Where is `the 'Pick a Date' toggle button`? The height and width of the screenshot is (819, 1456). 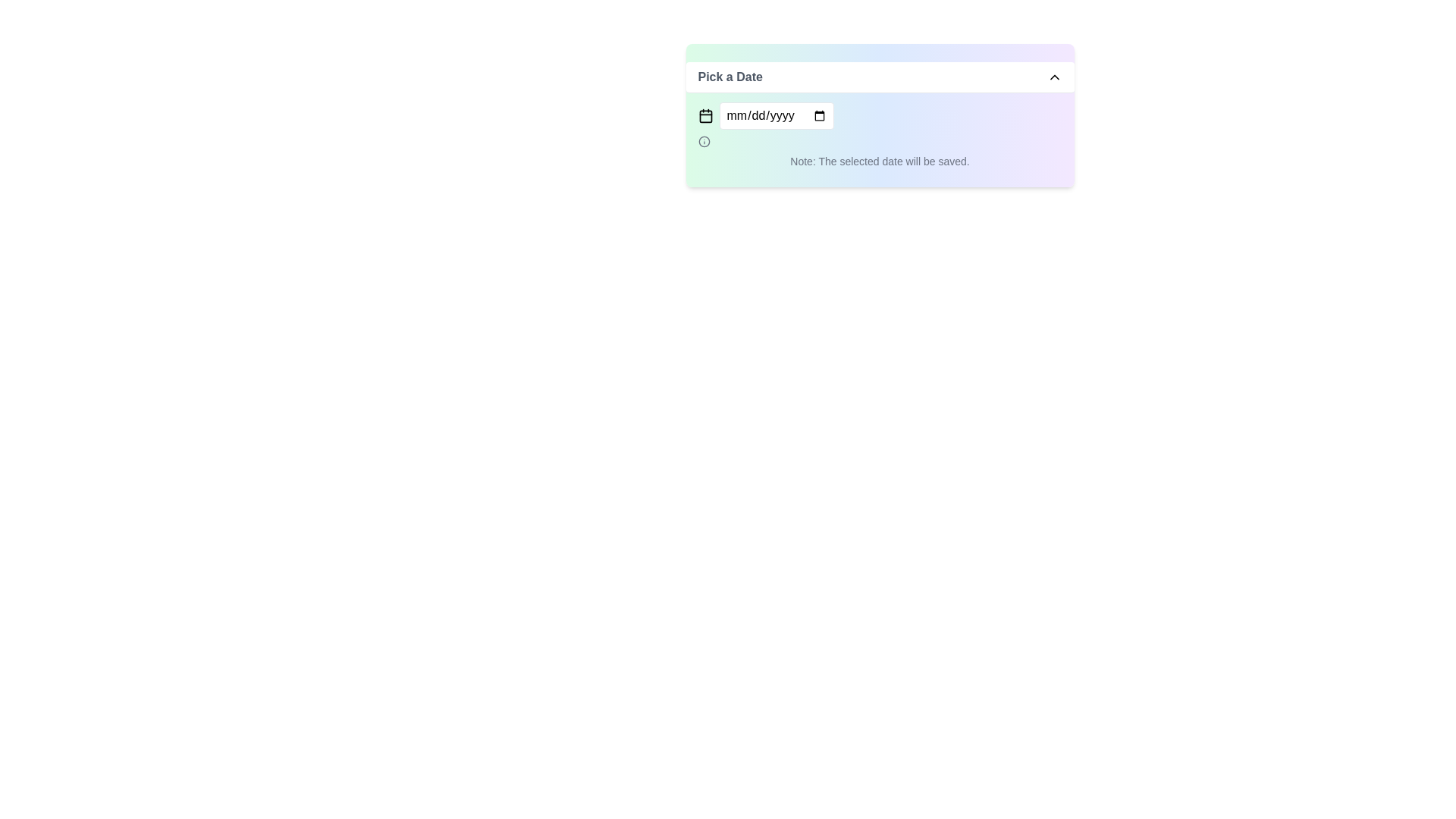
the 'Pick a Date' toggle button is located at coordinates (880, 77).